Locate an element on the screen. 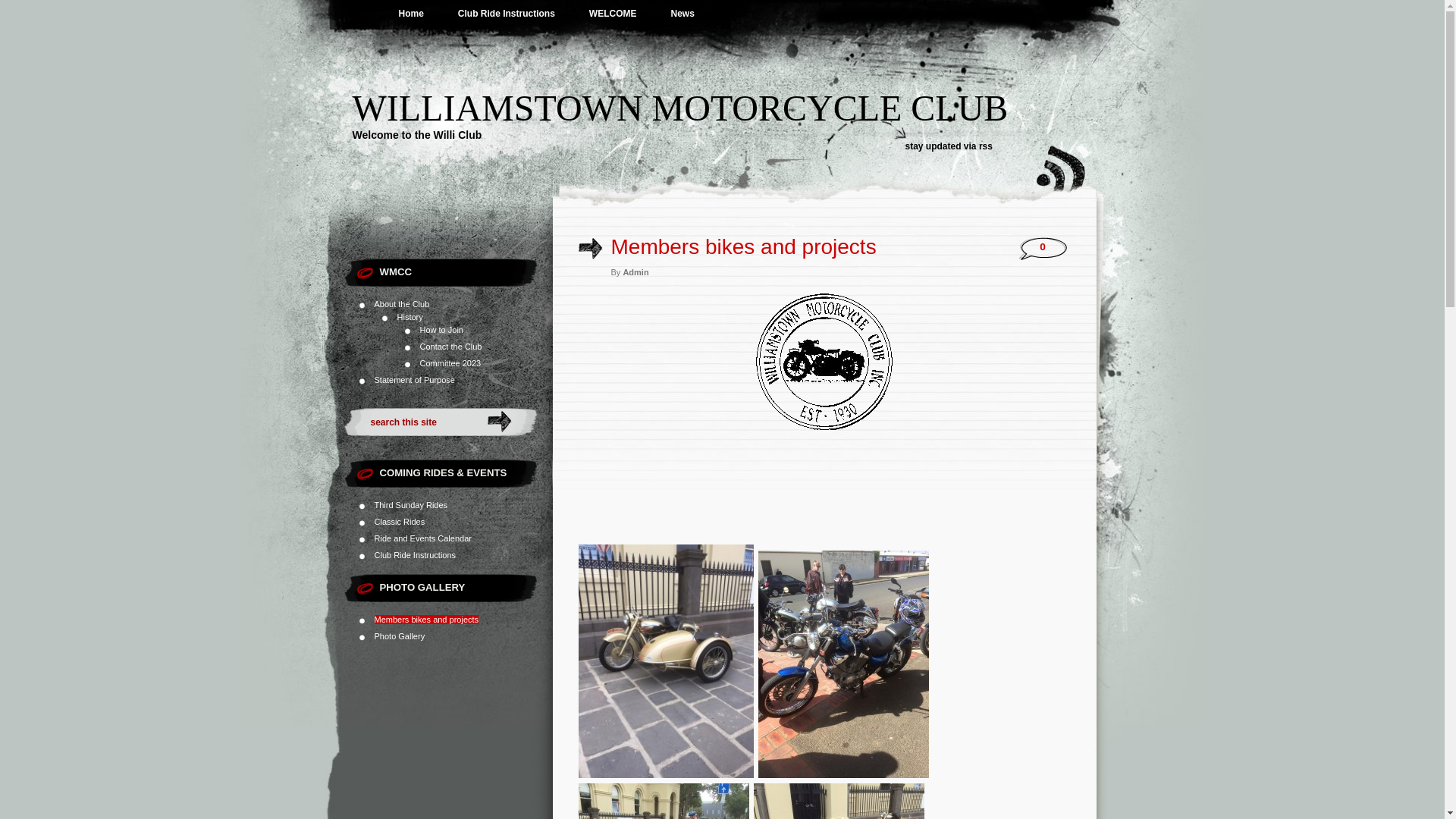  'News' is located at coordinates (682, 14).